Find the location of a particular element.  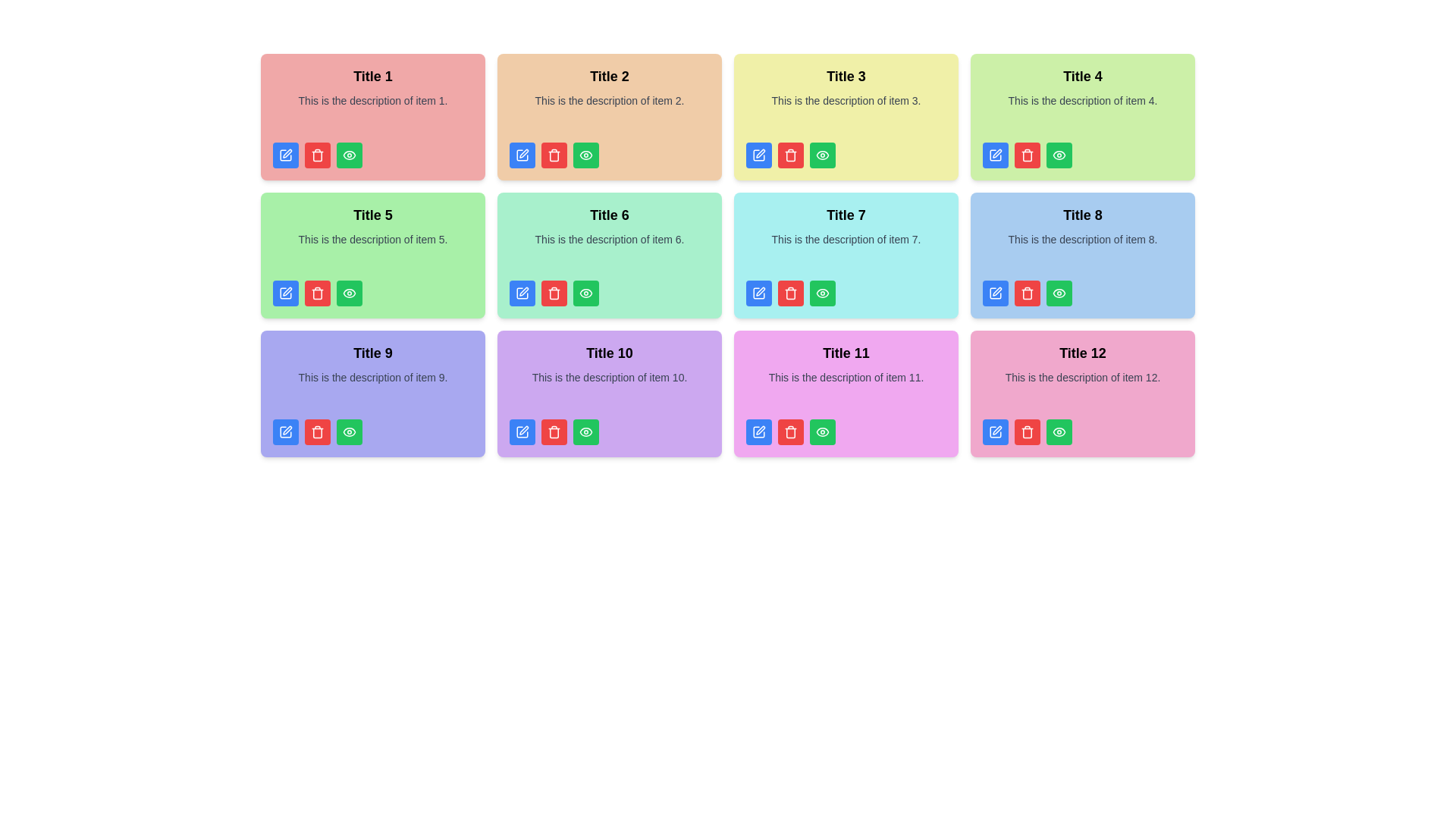

the visibility toggle icon located at the bottom-right corner of the card labeled 'Title 6', which is the third icon from the left is located at coordinates (585, 293).